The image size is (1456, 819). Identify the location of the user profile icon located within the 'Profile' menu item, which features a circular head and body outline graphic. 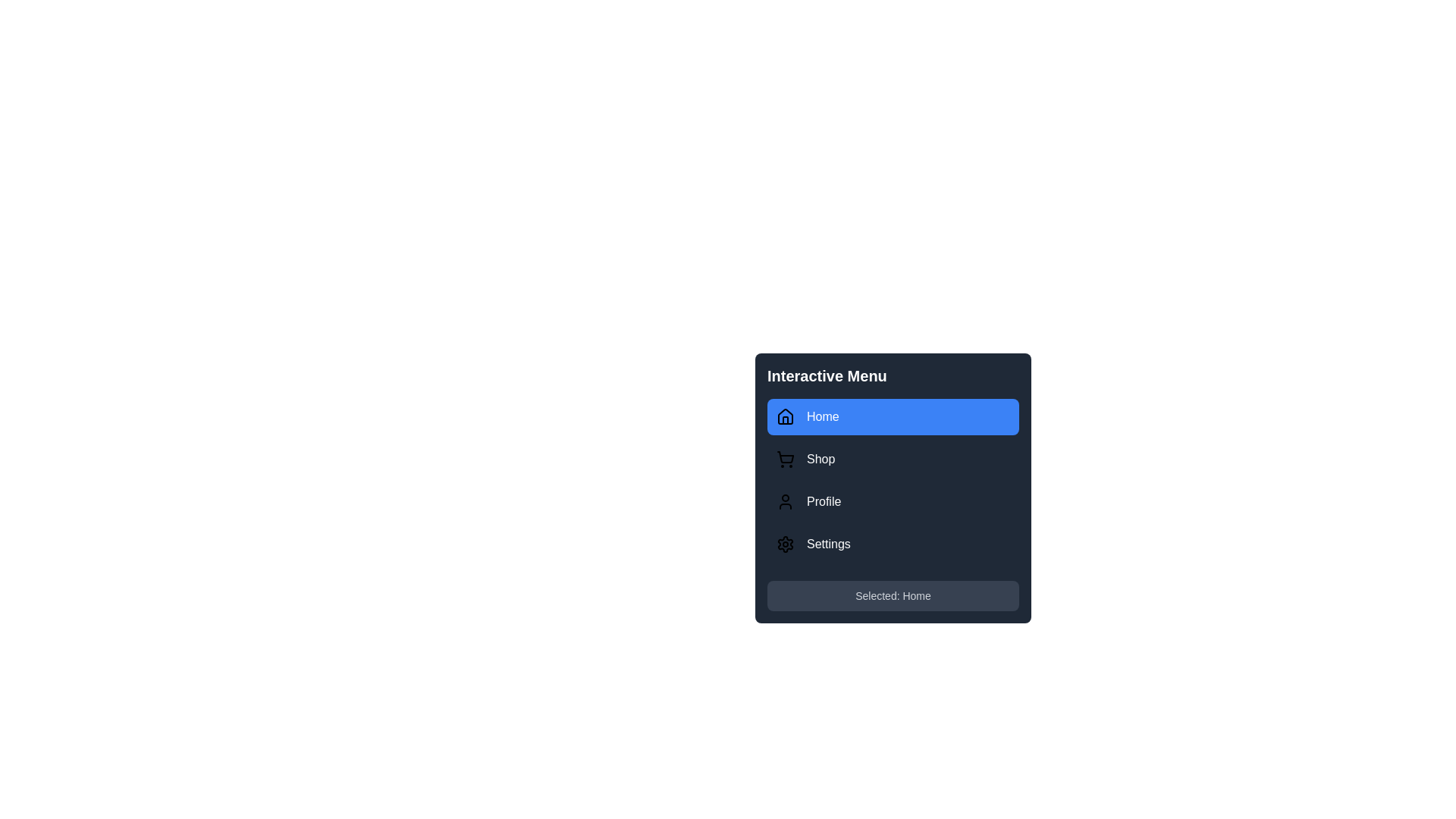
(786, 502).